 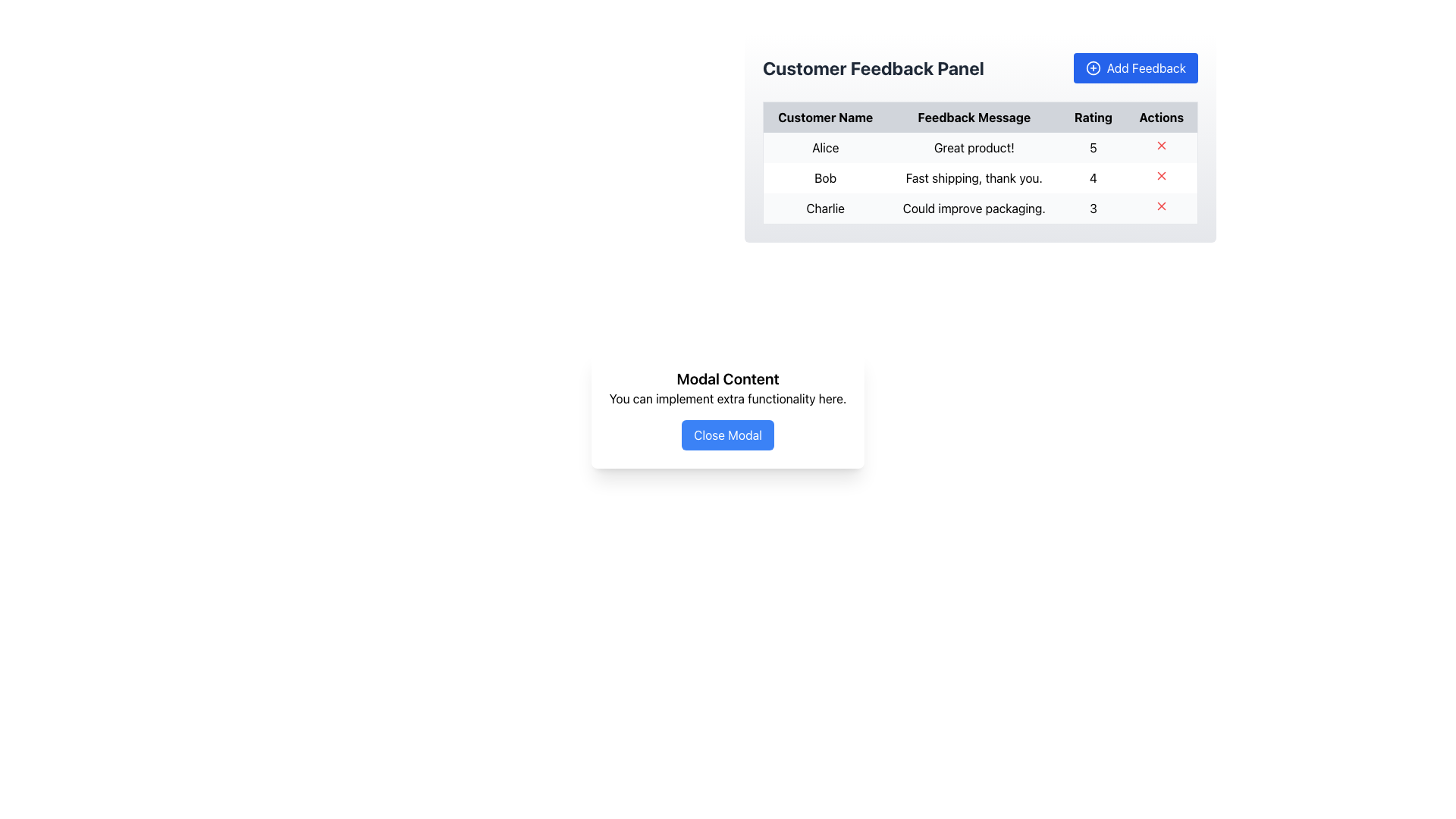 I want to click on to select the second row of the table in the 'Customer Feedback Panel' which contains customer review information, so click(x=980, y=177).